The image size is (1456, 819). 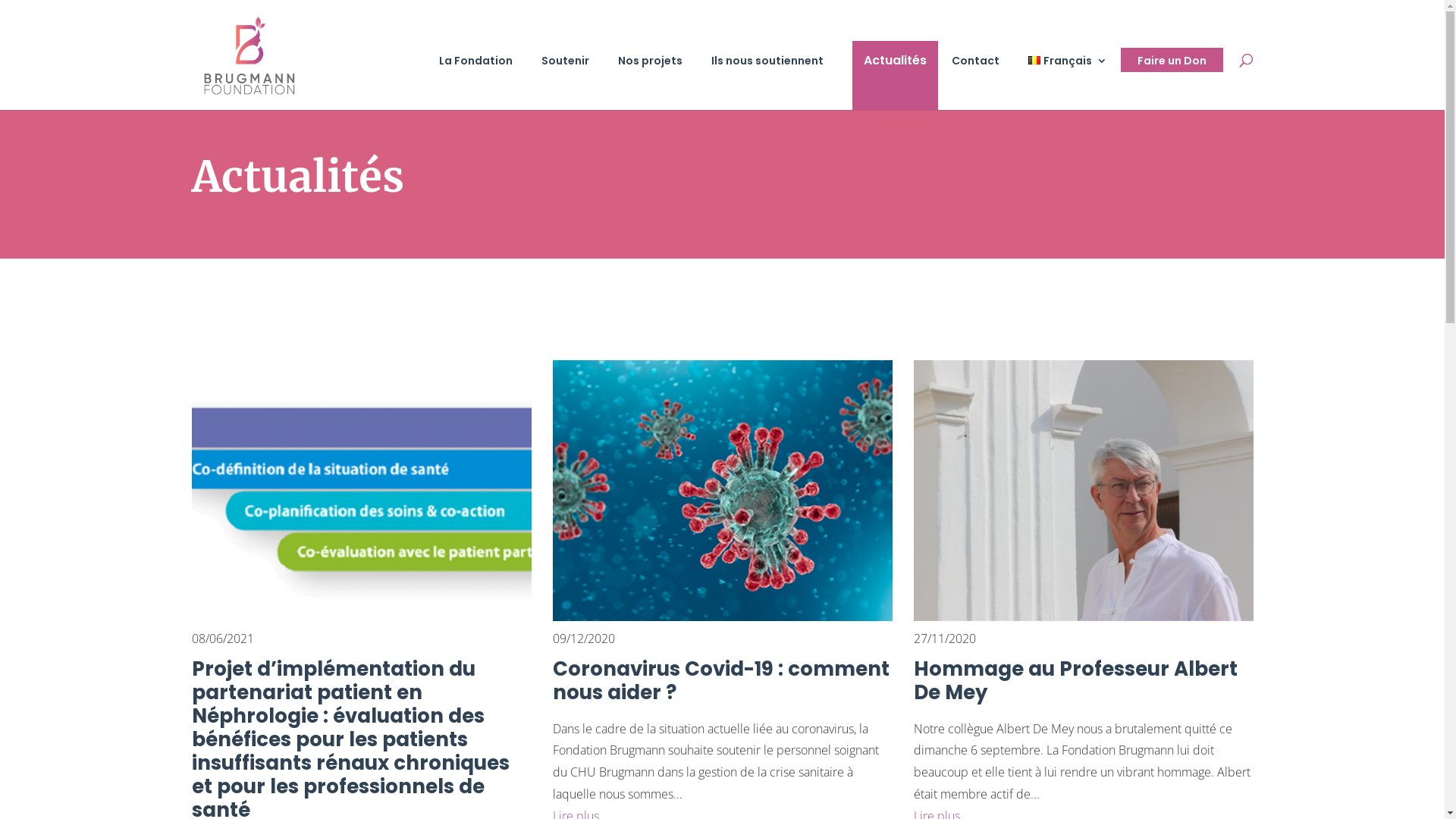 What do you see at coordinates (657, 82) in the screenshot?
I see `'Nos projets'` at bounding box center [657, 82].